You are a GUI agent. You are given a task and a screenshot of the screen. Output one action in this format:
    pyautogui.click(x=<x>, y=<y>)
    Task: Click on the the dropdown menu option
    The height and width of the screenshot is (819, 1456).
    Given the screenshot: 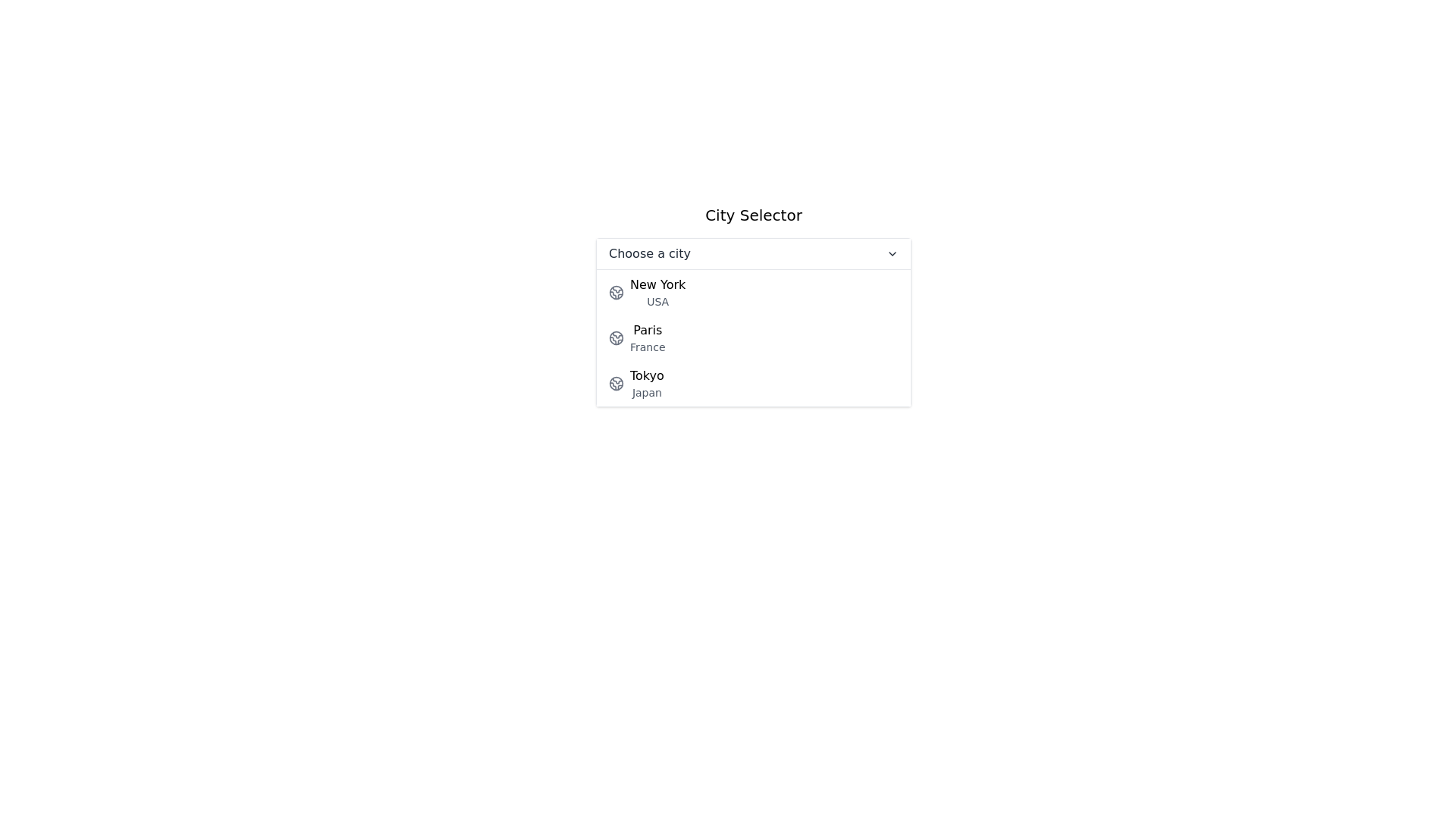 What is the action you would take?
    pyautogui.click(x=753, y=306)
    